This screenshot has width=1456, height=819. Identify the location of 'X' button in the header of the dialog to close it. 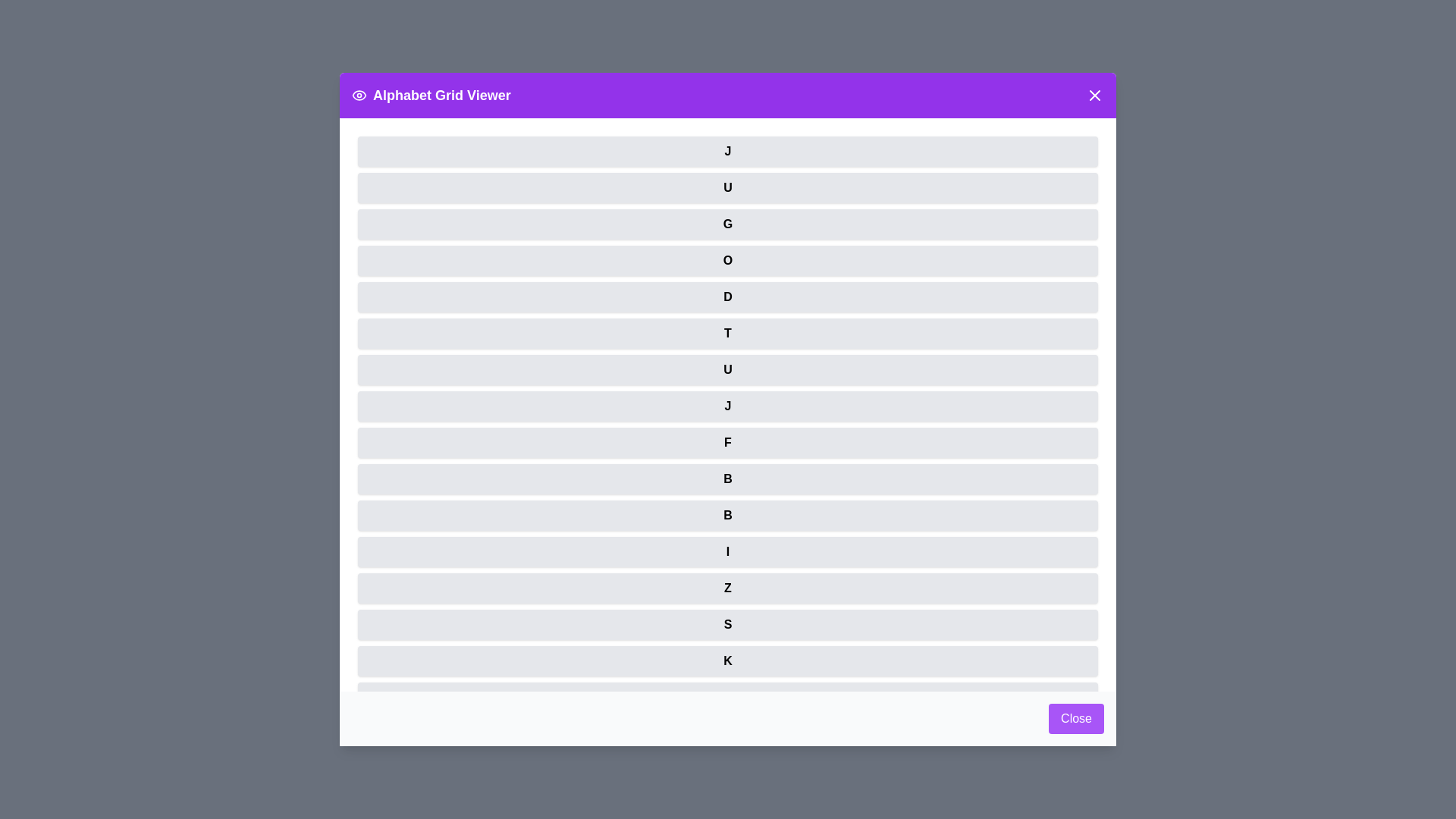
(1095, 96).